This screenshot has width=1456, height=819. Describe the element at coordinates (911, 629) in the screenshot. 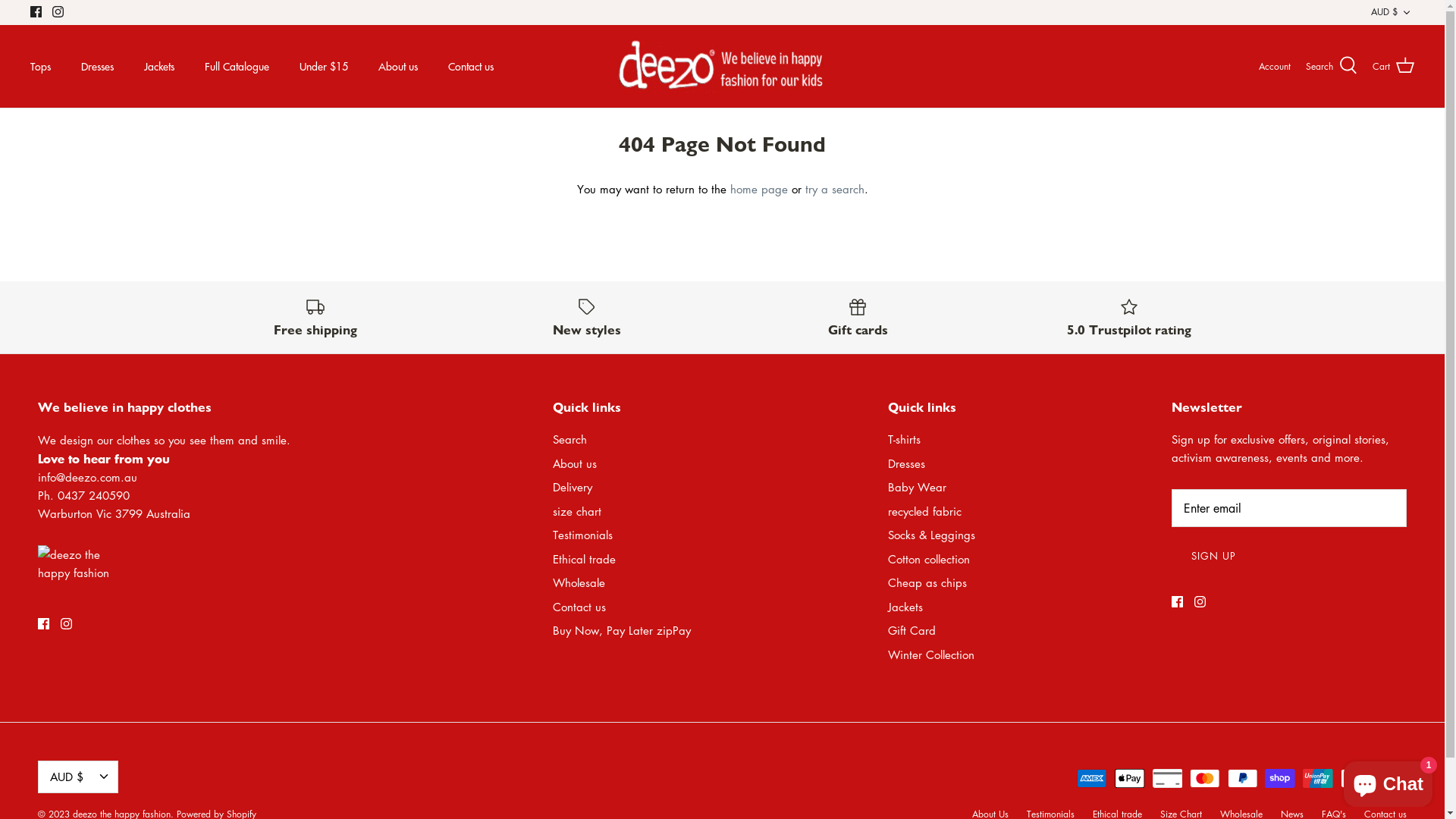

I see `'Gift Card'` at that location.